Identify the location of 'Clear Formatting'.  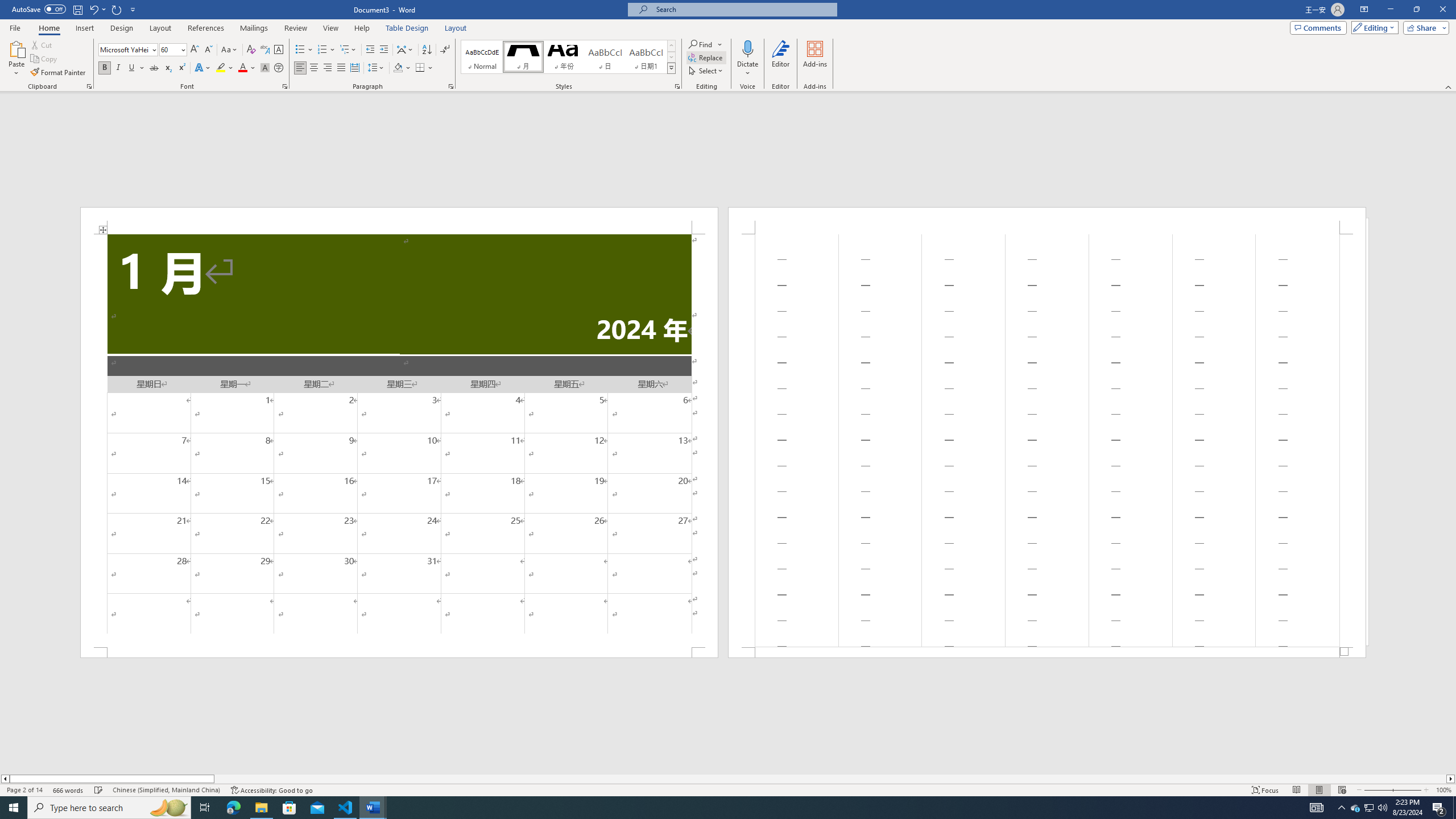
(250, 49).